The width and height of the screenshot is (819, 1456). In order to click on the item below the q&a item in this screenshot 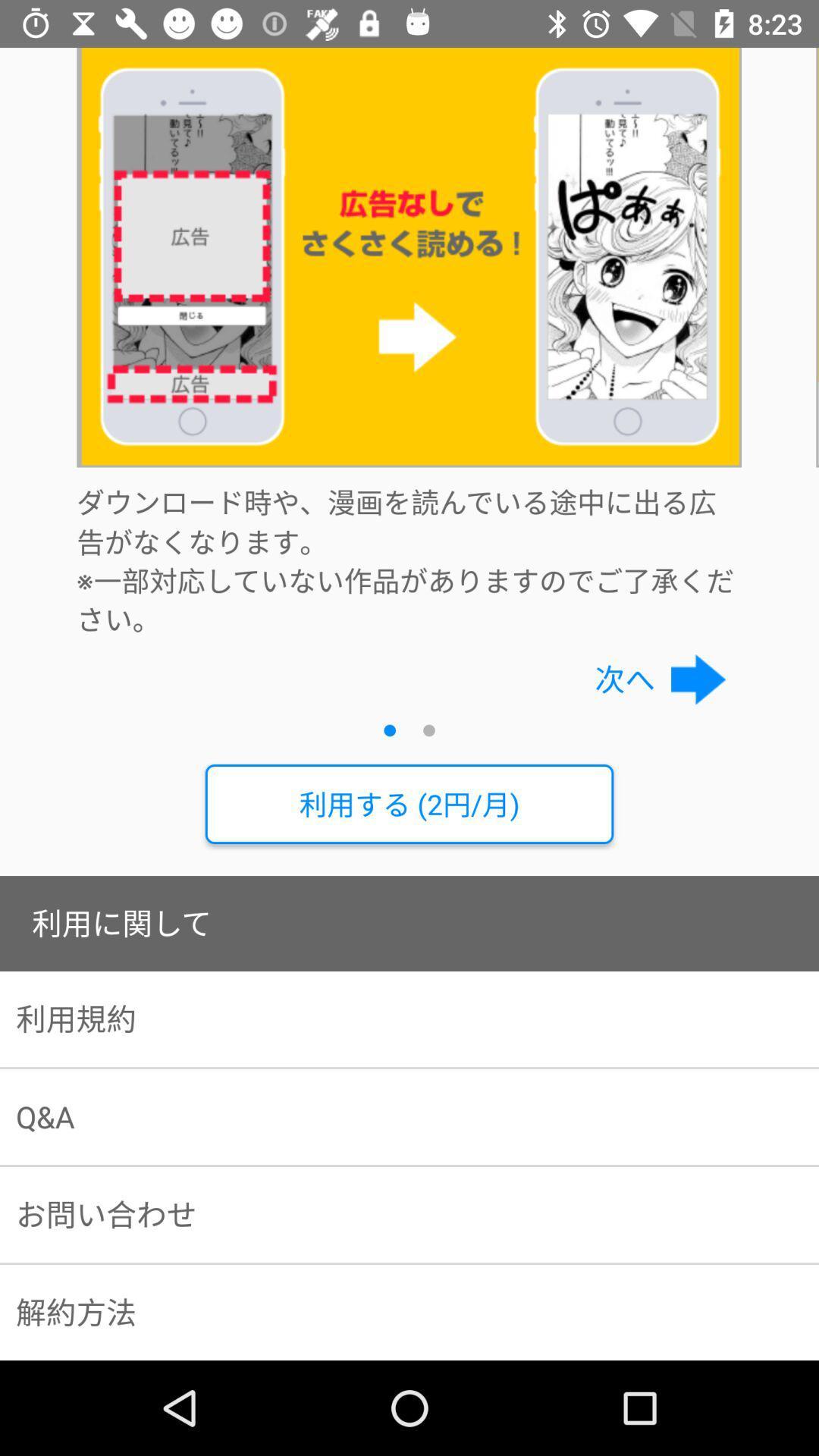, I will do `click(409, 1215)`.